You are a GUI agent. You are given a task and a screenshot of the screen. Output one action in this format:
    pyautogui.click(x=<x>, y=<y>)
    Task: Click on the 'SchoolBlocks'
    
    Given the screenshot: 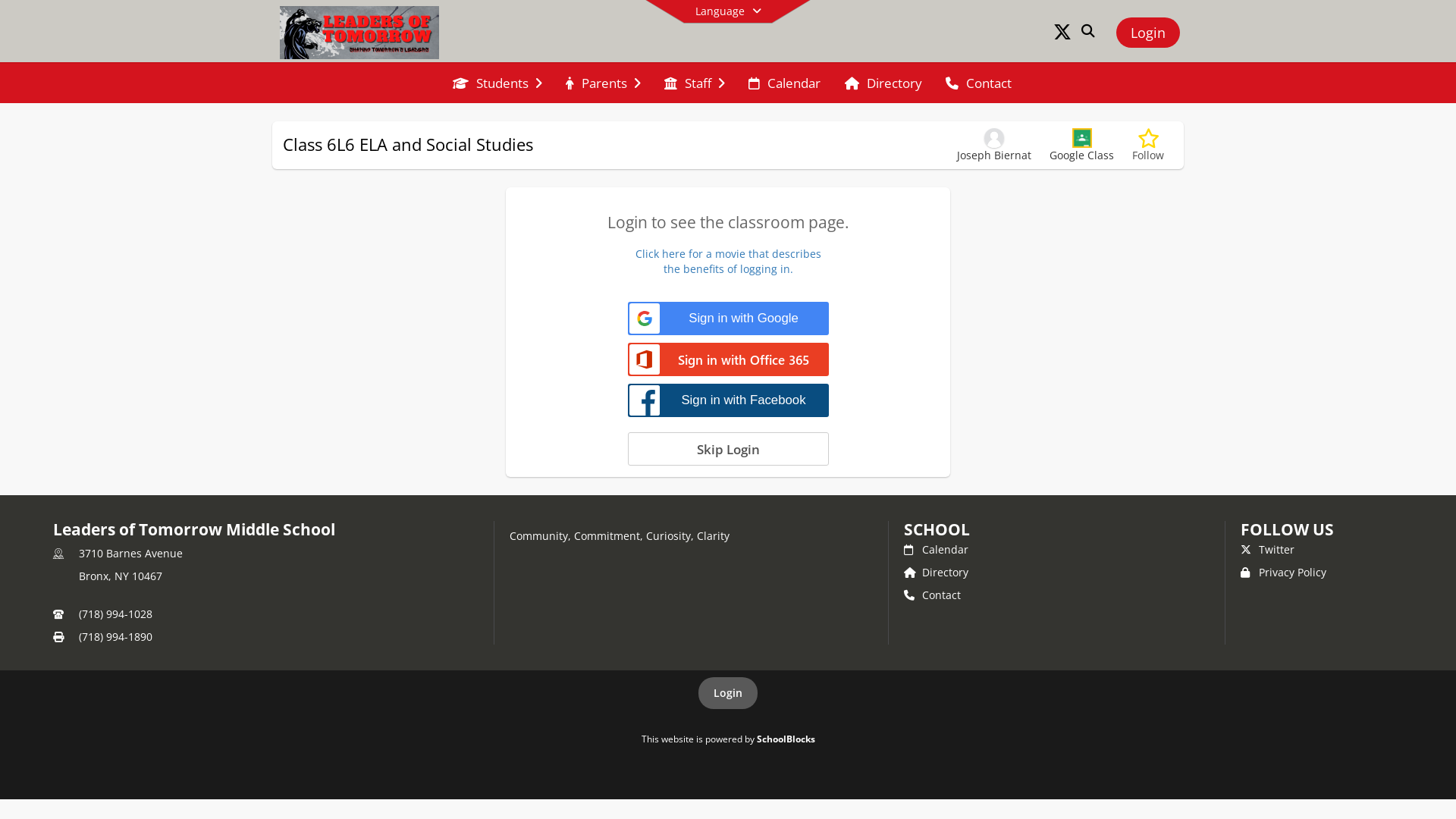 What is the action you would take?
    pyautogui.click(x=757, y=738)
    